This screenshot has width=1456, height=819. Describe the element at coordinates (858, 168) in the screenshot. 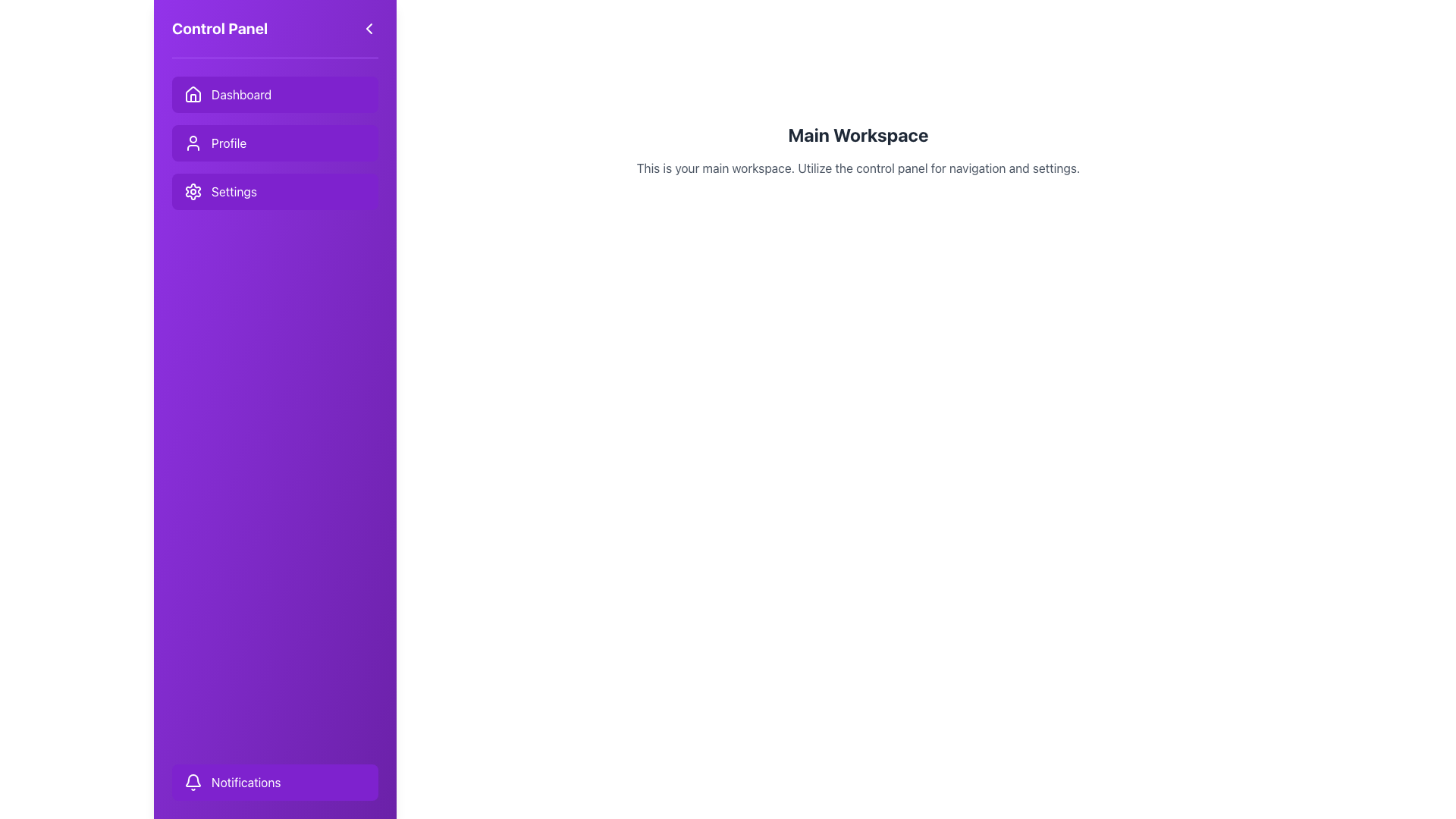

I see `the text block that reads 'This is your main workspace. Utilize the control panel for navigation and settings.' located directly below the heading 'Main Workspace.'` at that location.